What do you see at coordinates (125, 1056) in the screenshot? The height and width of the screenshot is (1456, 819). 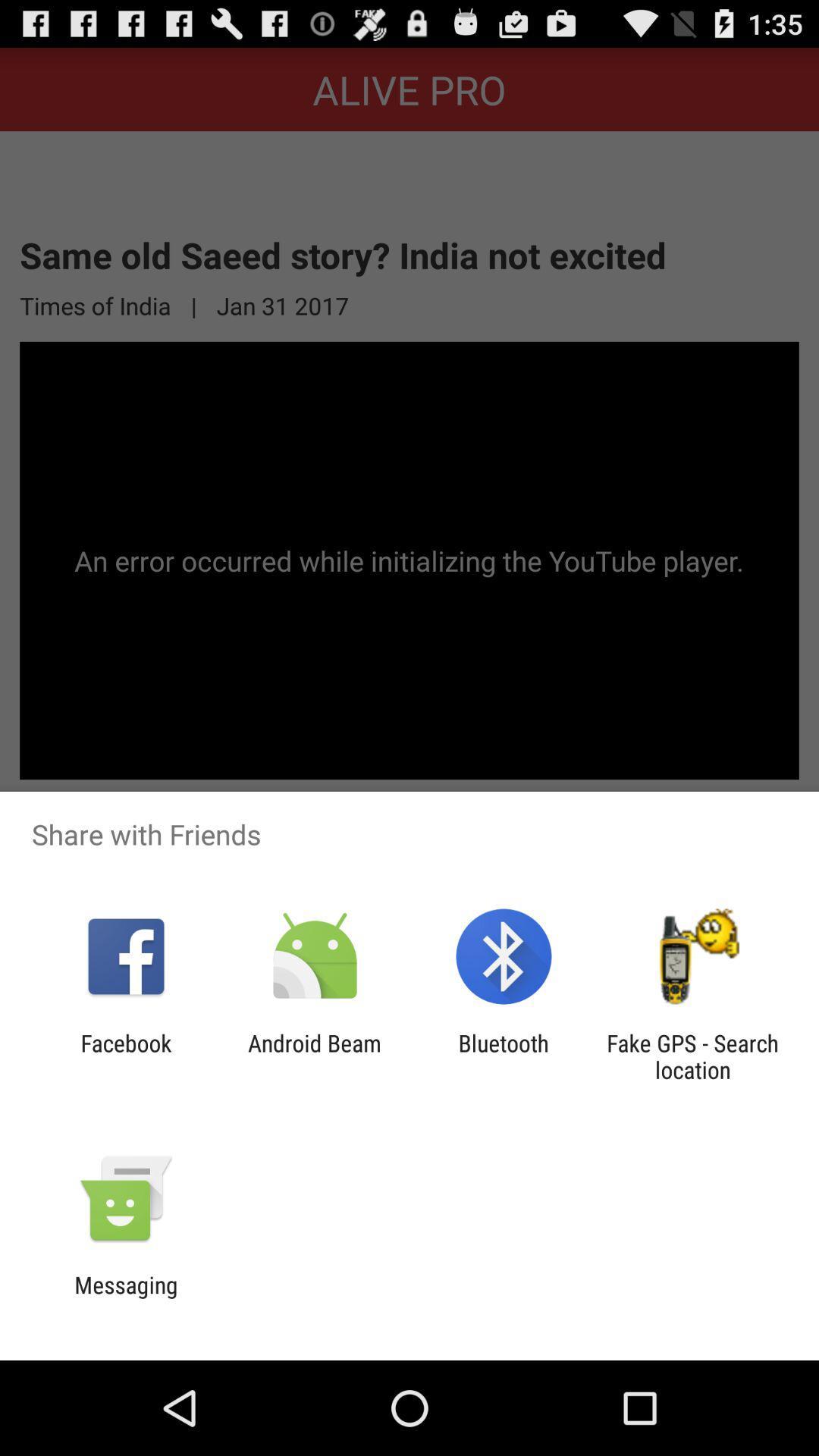 I see `item next to the android beam` at bounding box center [125, 1056].